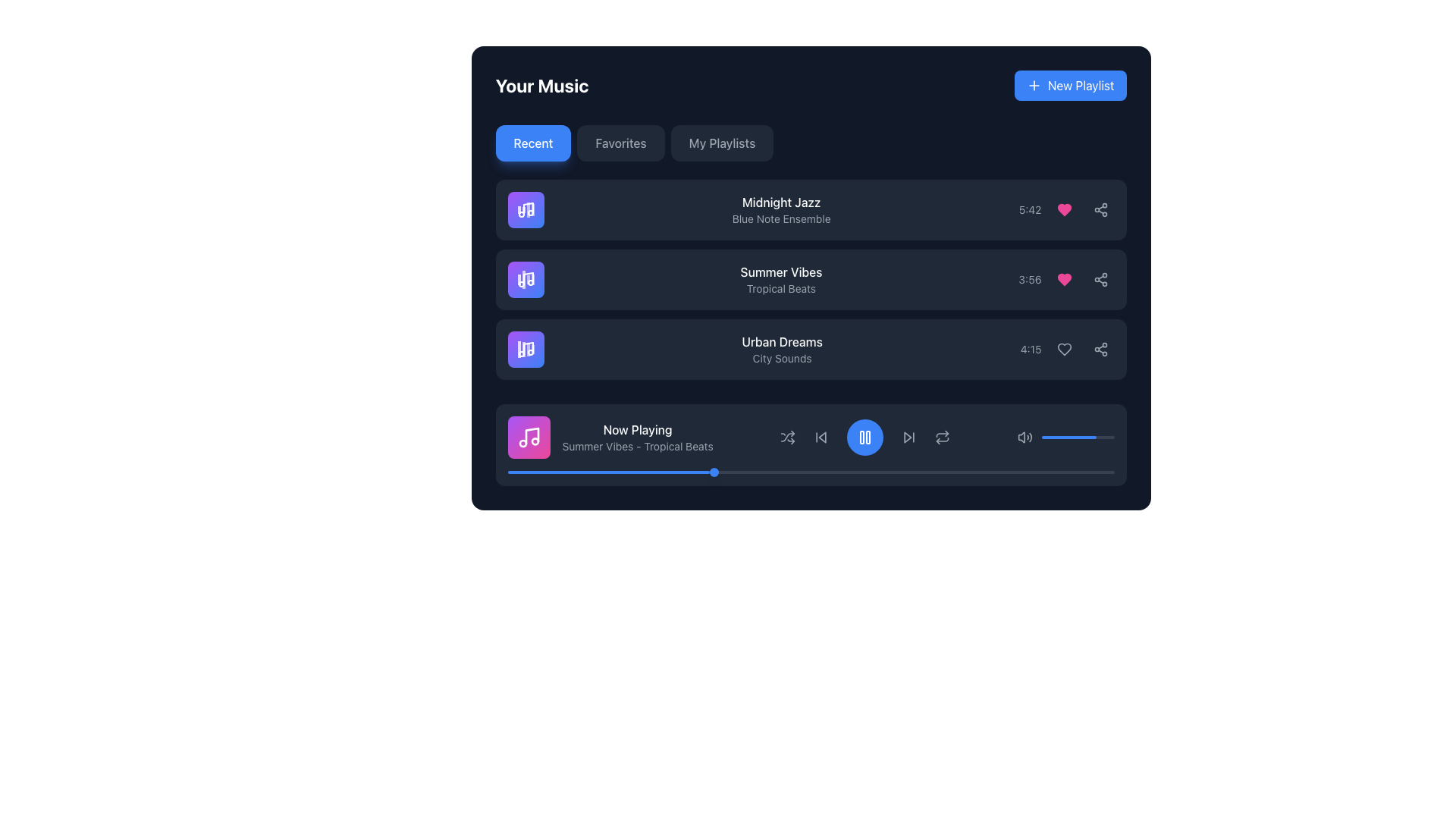 The width and height of the screenshot is (1456, 819). What do you see at coordinates (865, 438) in the screenshot?
I see `the circular blue button with a white pause icon located in the media control section, the fourth button from the left, to observe visual feedback indicating interaction` at bounding box center [865, 438].